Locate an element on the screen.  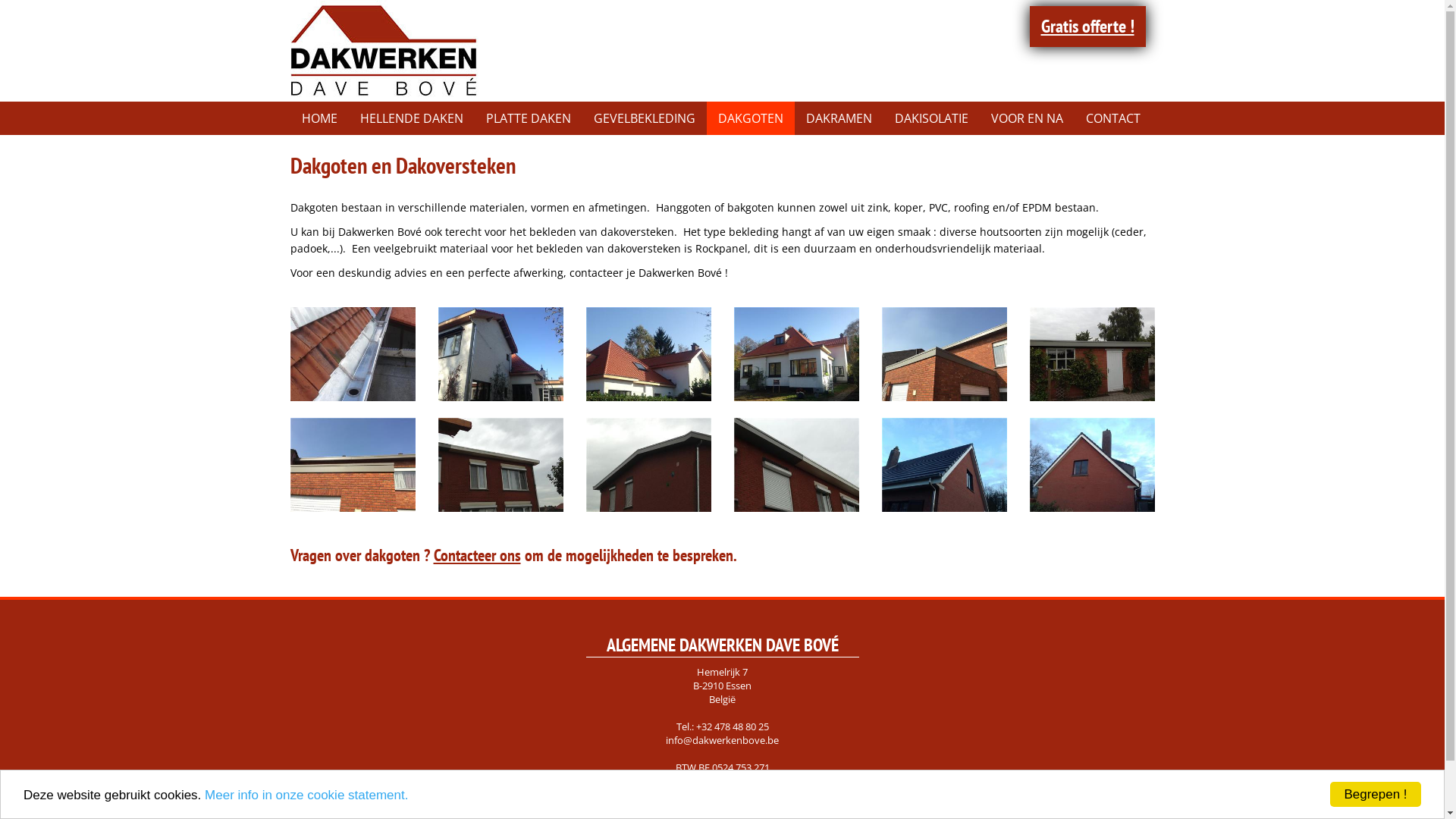
'Begrepen !' is located at coordinates (1376, 793).